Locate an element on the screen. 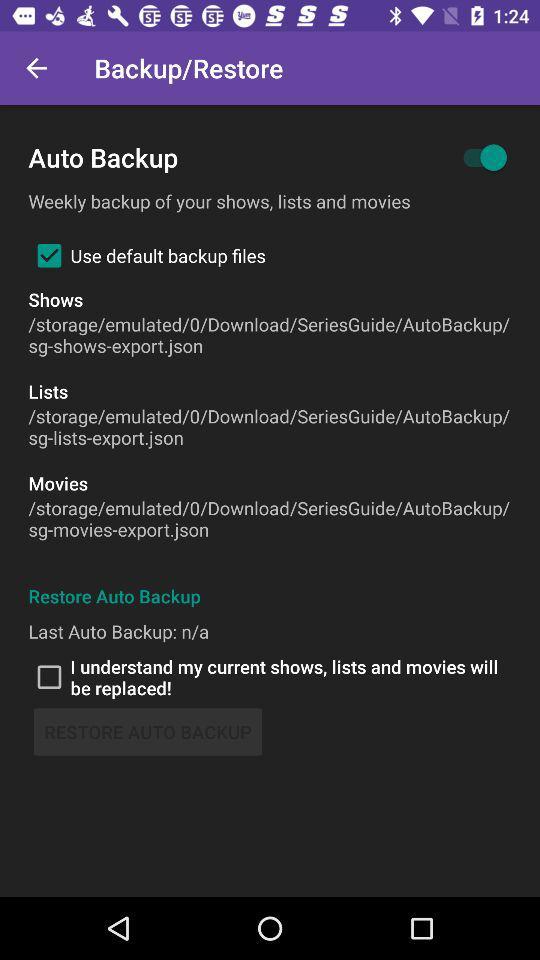  the icon below the weekly backup of is located at coordinates (146, 254).